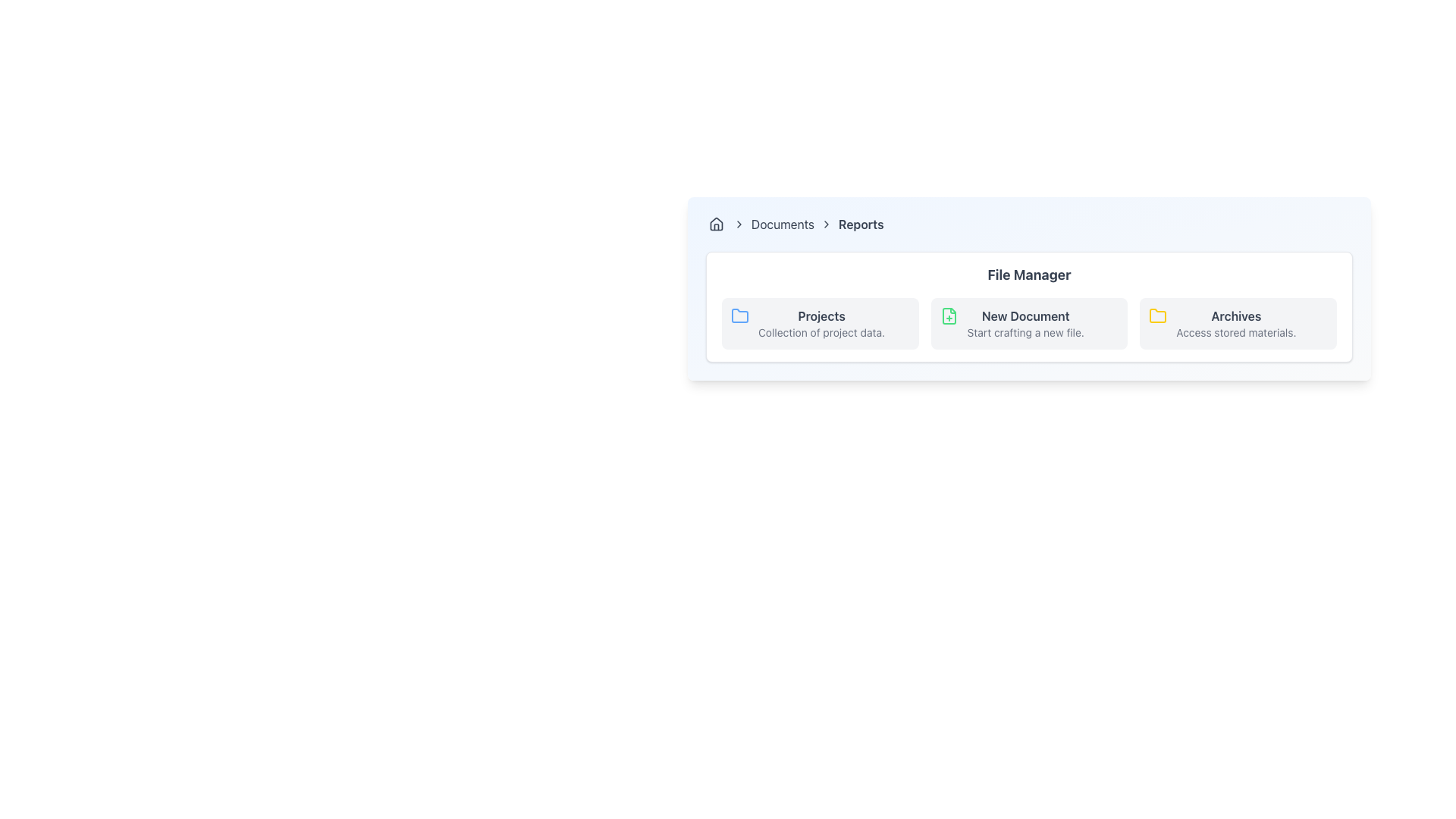  What do you see at coordinates (821, 323) in the screenshot?
I see `the 'Projects' section title and description text block` at bounding box center [821, 323].